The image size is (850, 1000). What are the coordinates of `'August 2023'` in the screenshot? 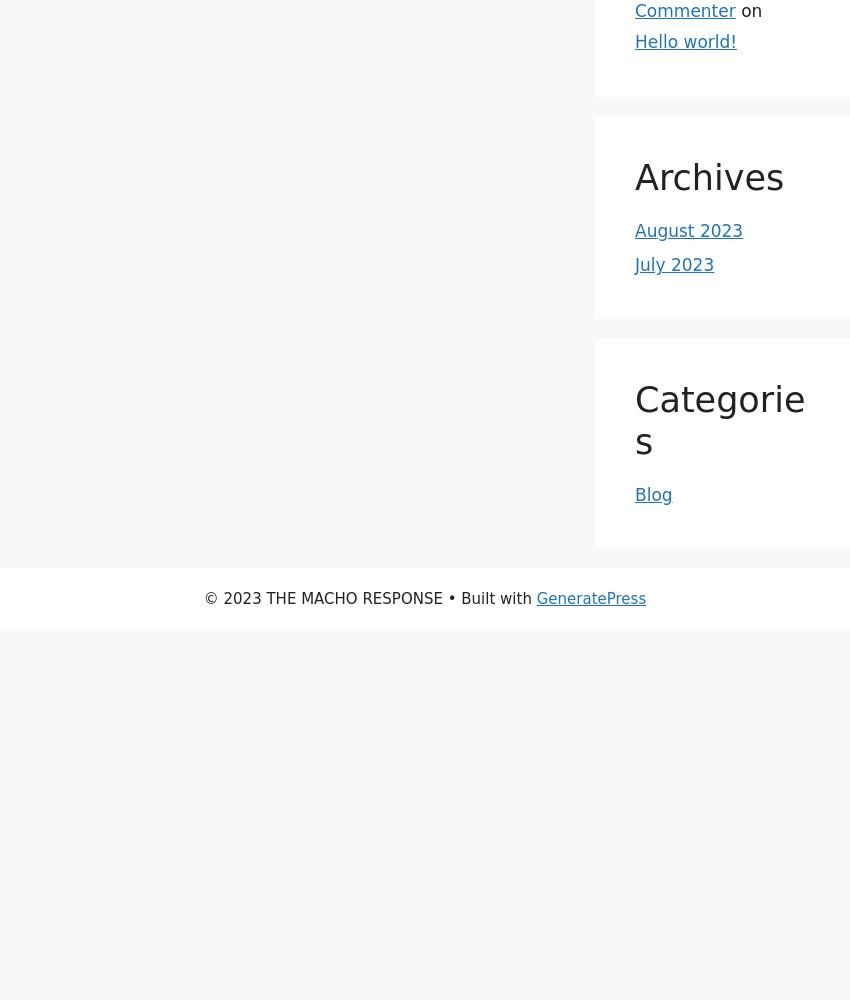 It's located at (688, 230).